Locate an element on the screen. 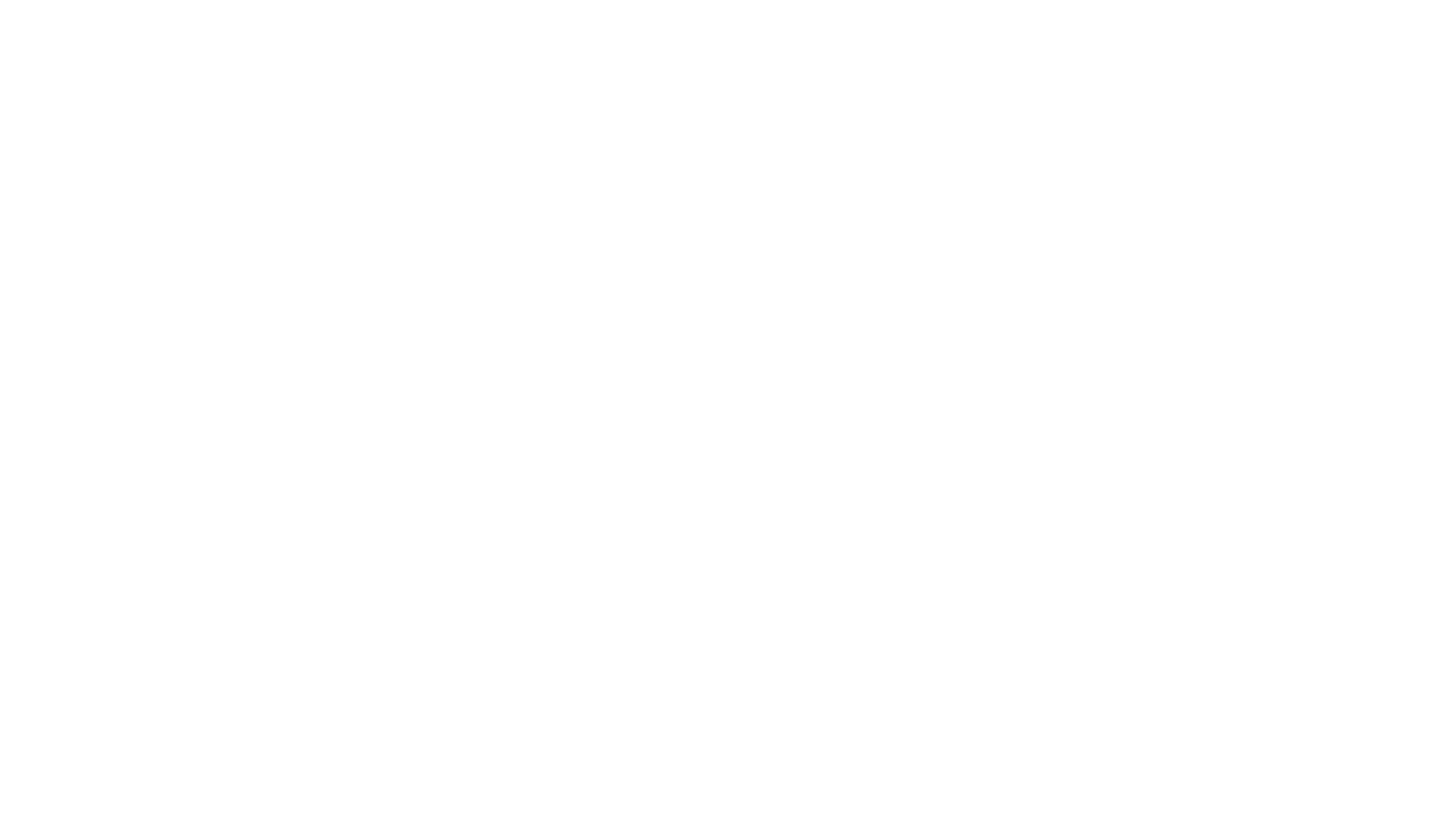 The width and height of the screenshot is (1456, 833). 'ISI Inspection, March 2022' is located at coordinates (511, 511).